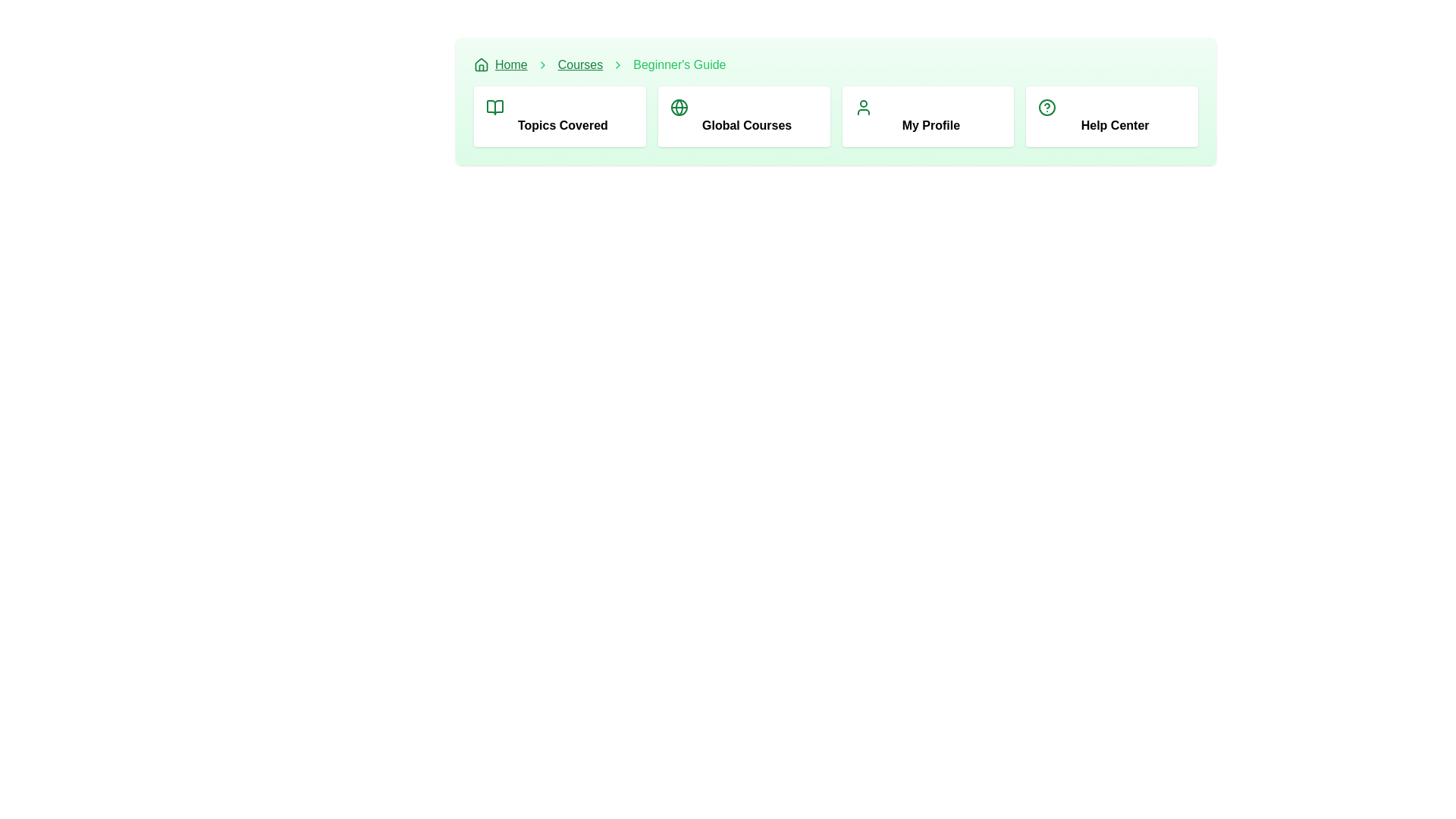  I want to click on the 'Global Courses' text label, which is styled in bold and positioned next to a globe icon within a white, rounded rectangular card, so click(747, 124).